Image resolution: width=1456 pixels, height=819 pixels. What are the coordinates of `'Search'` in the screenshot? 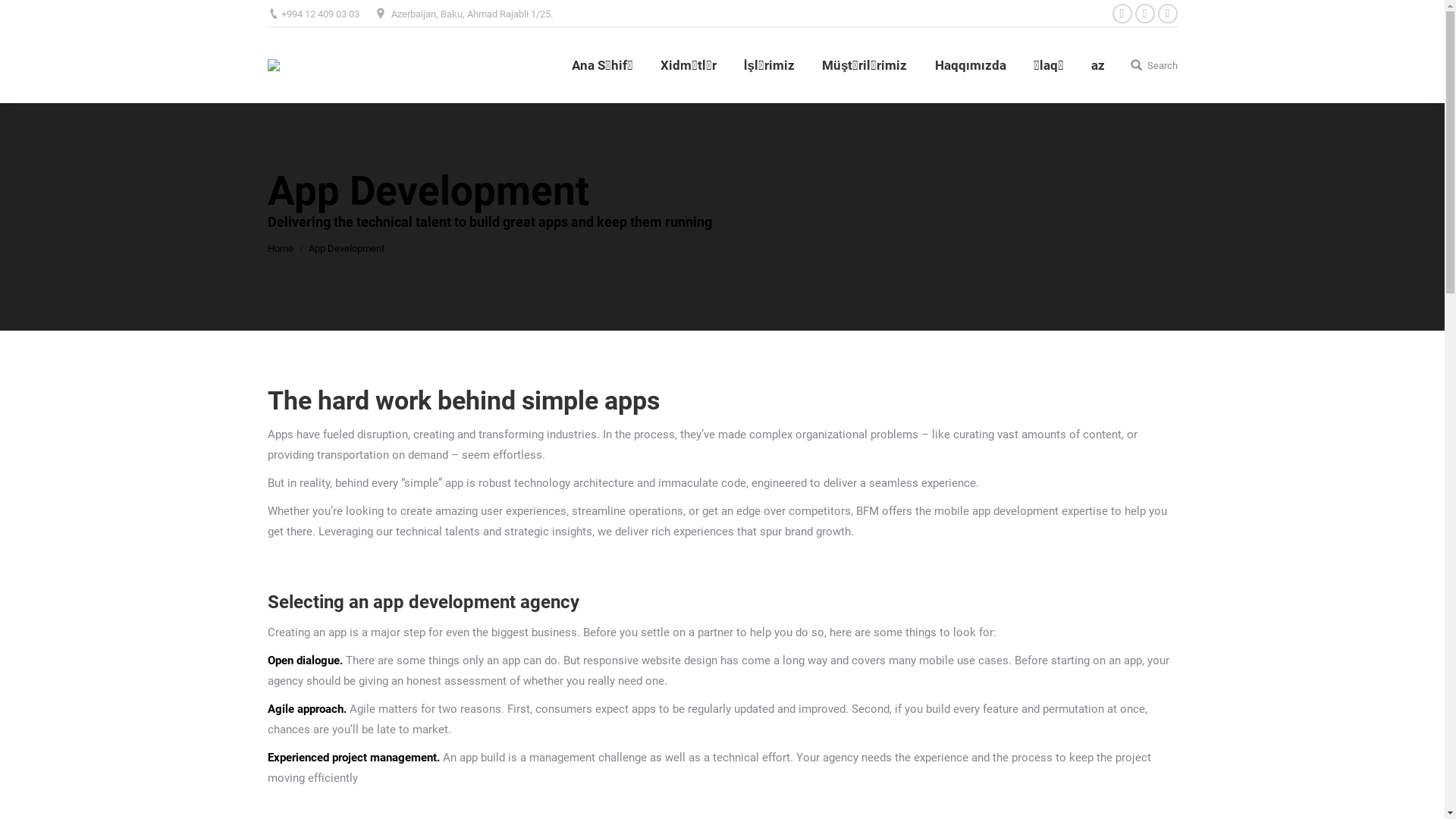 It's located at (1153, 64).